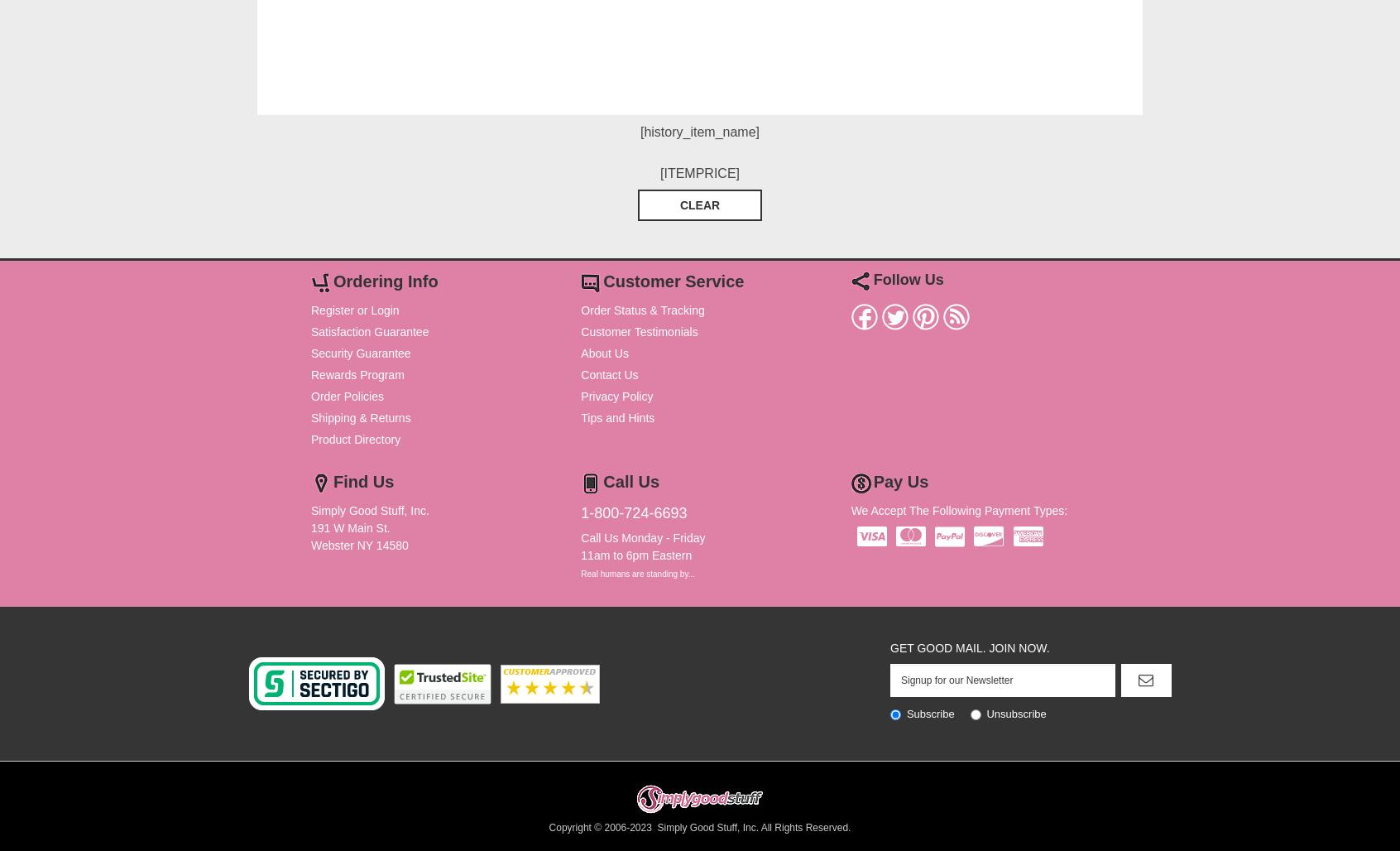  What do you see at coordinates (358, 546) in the screenshot?
I see `'Webster NY 14580'` at bounding box center [358, 546].